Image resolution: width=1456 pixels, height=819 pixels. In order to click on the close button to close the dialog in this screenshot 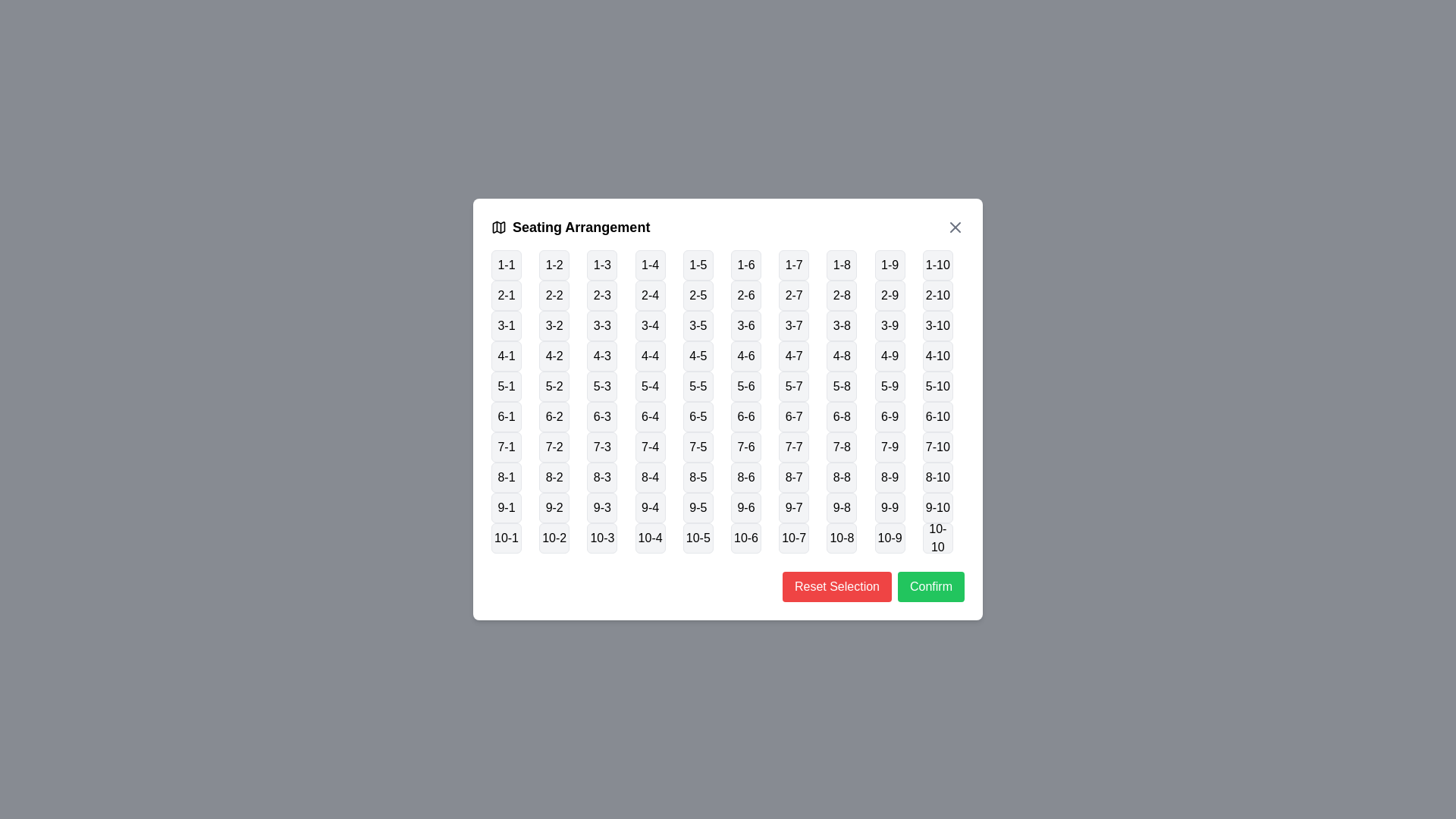, I will do `click(954, 227)`.